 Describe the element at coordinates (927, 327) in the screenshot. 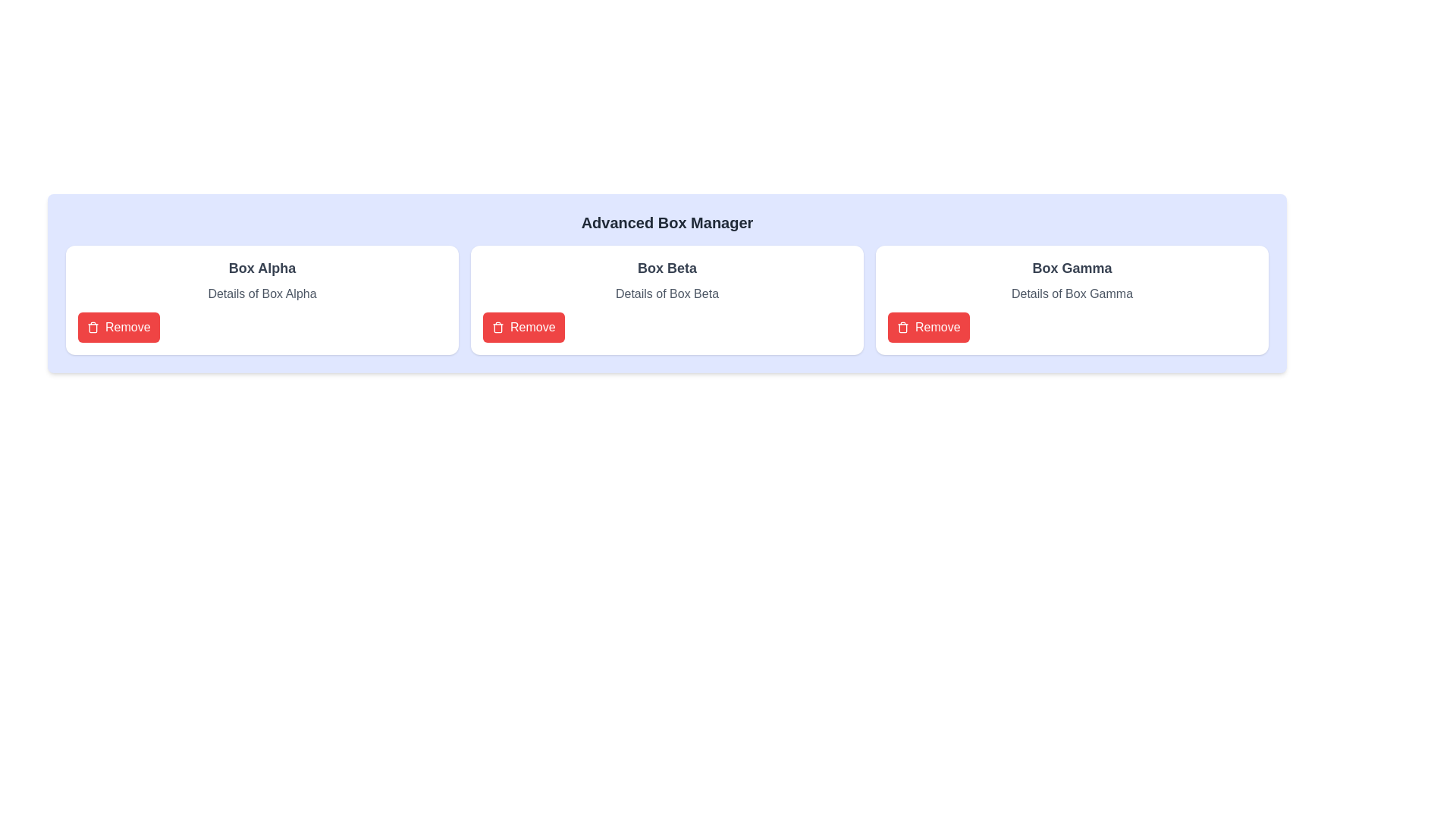

I see `the 'Remove' button with a red background and white text located in the 'Box Gamma' card` at that location.